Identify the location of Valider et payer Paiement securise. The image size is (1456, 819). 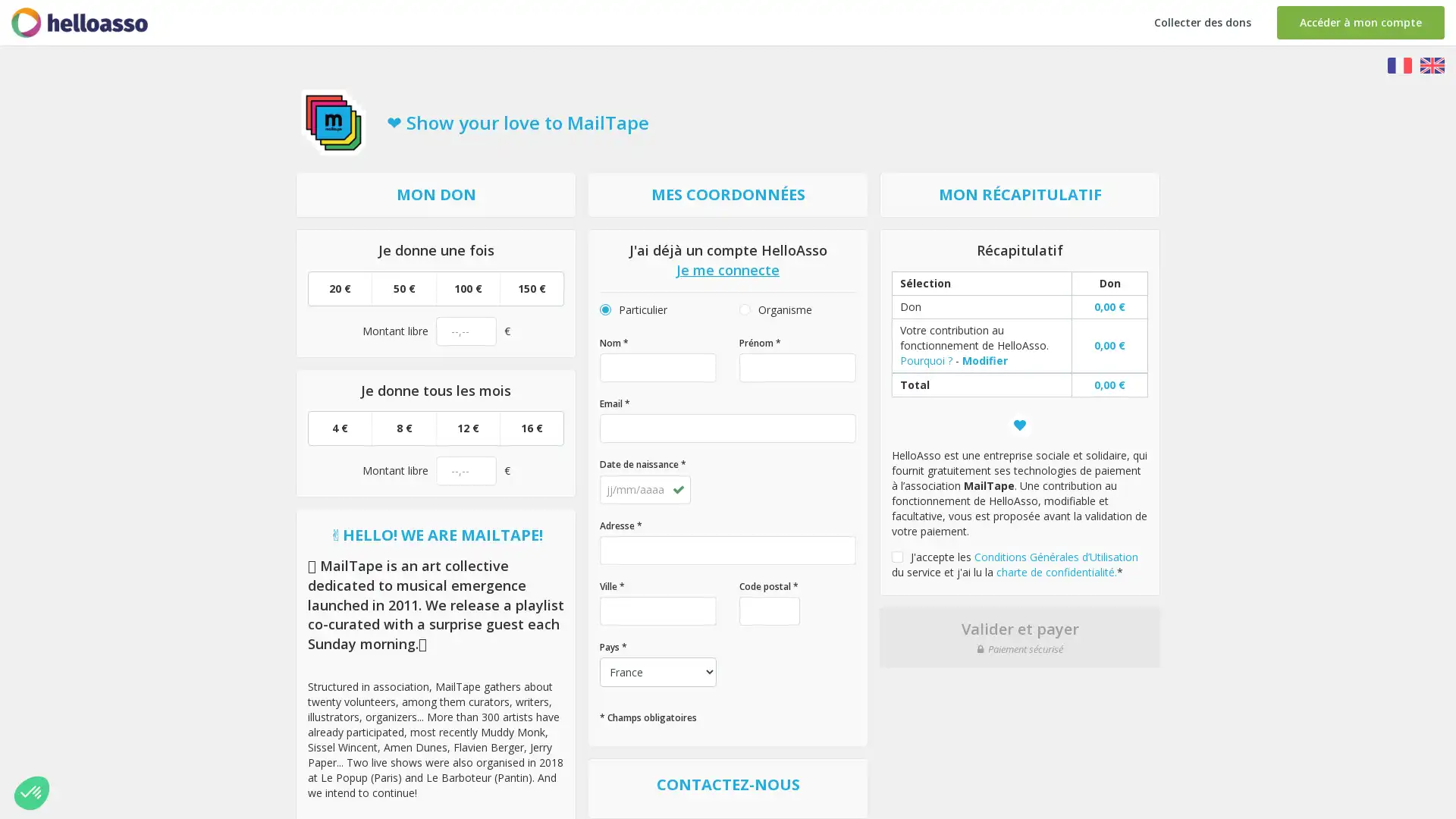
(1019, 637).